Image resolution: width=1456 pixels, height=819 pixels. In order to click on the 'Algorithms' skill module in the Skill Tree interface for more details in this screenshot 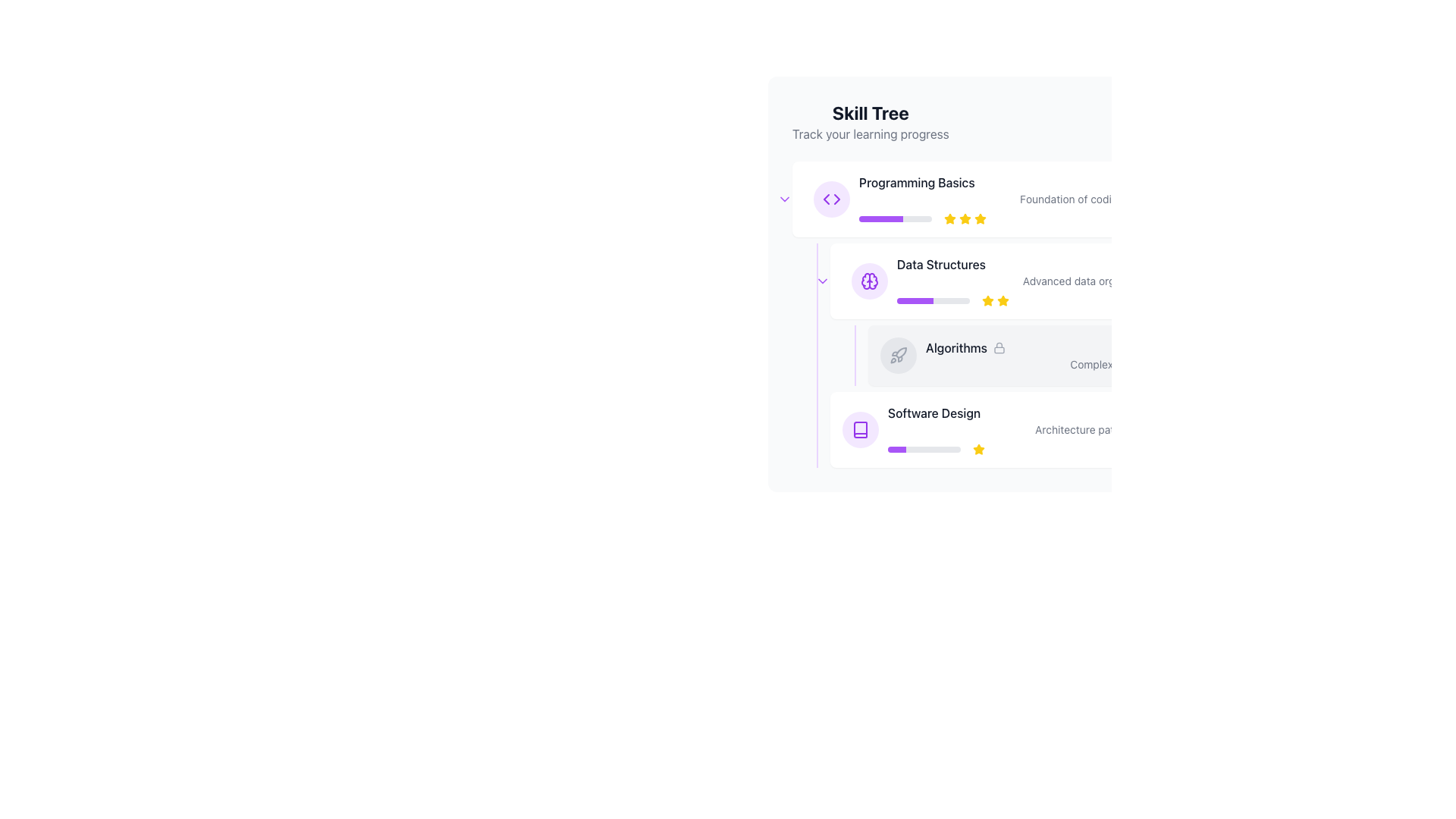, I will do `click(1103, 356)`.